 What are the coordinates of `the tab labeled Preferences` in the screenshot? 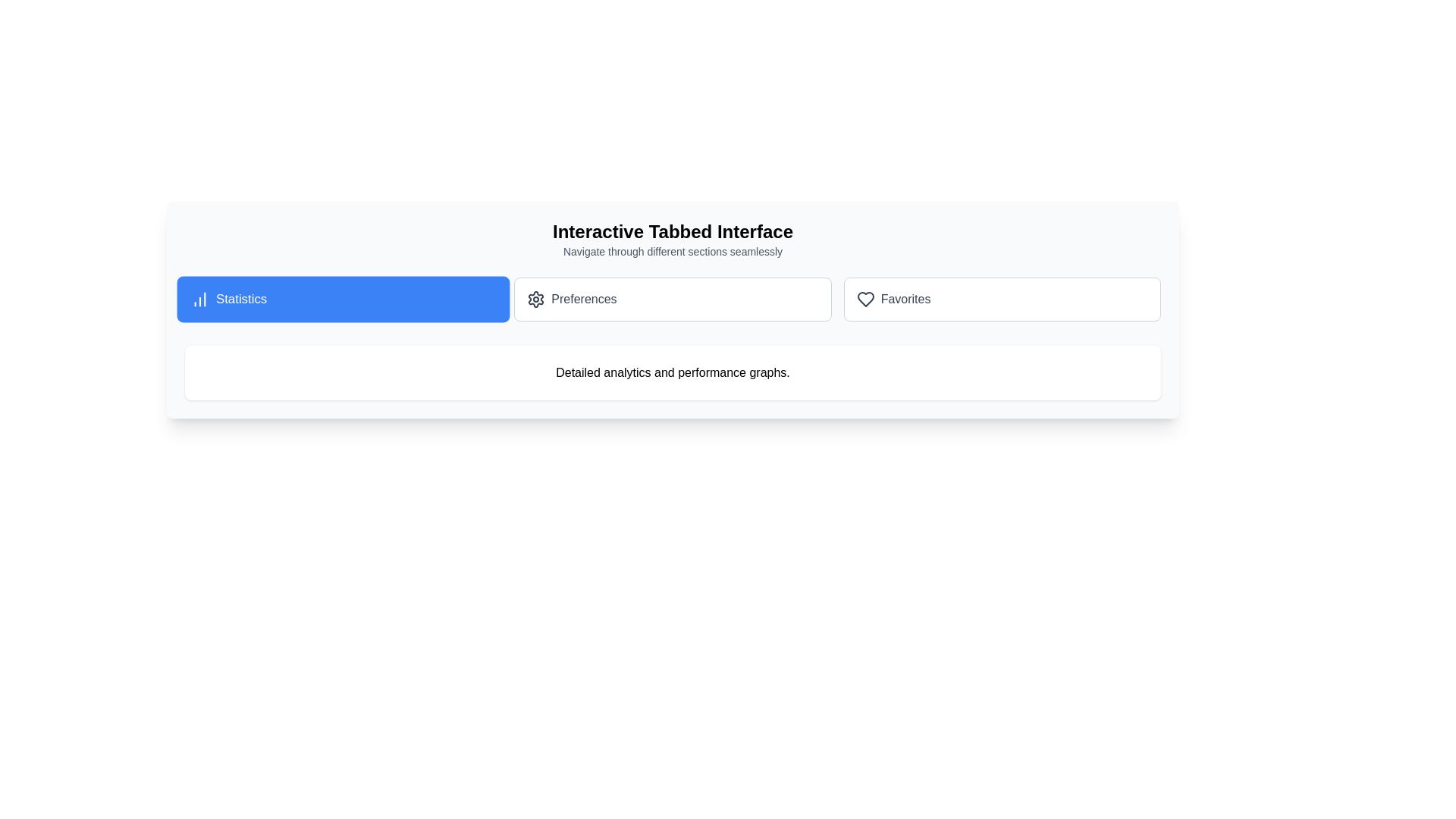 It's located at (672, 299).